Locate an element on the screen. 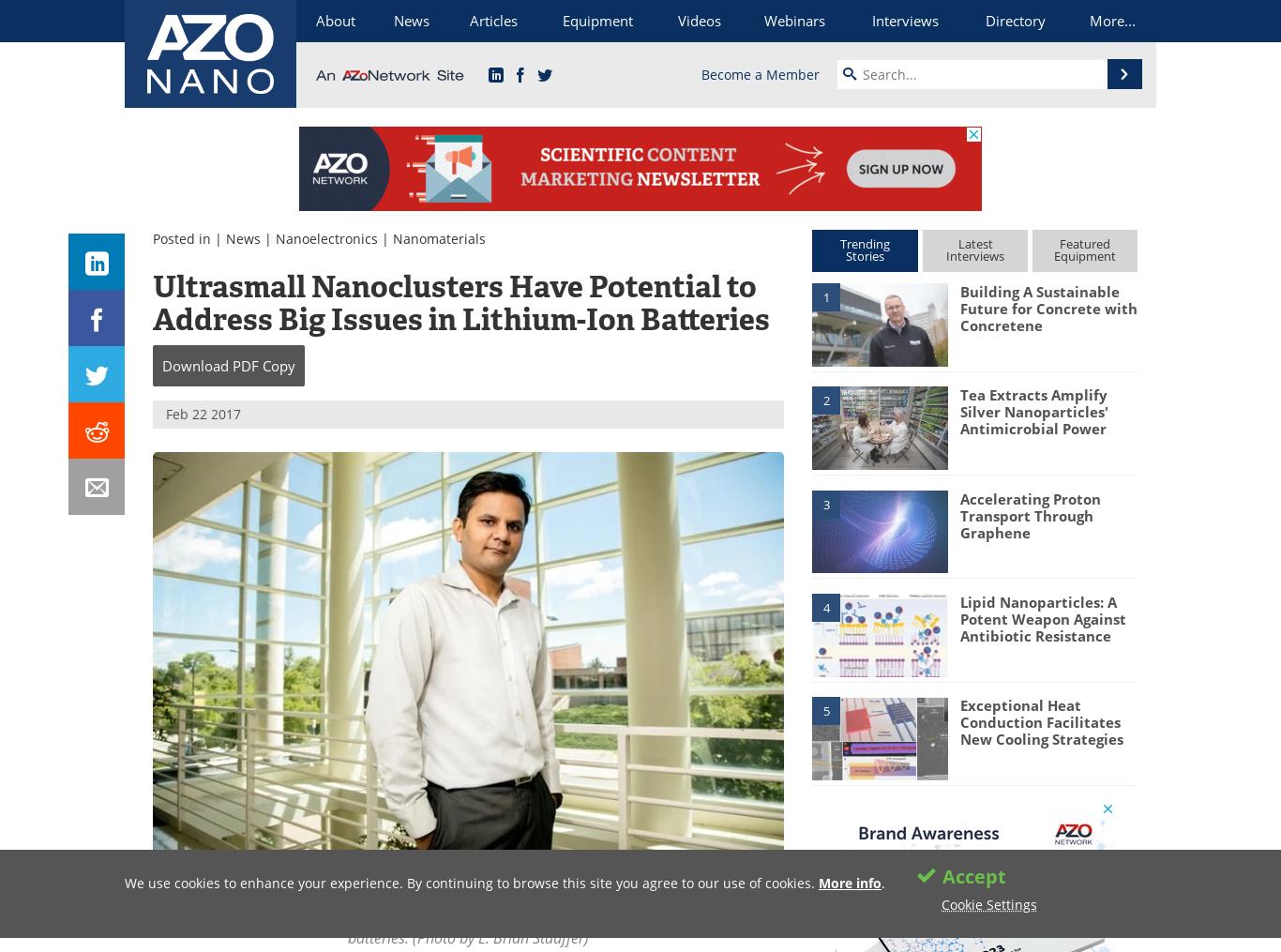  'Download' is located at coordinates (160, 365).